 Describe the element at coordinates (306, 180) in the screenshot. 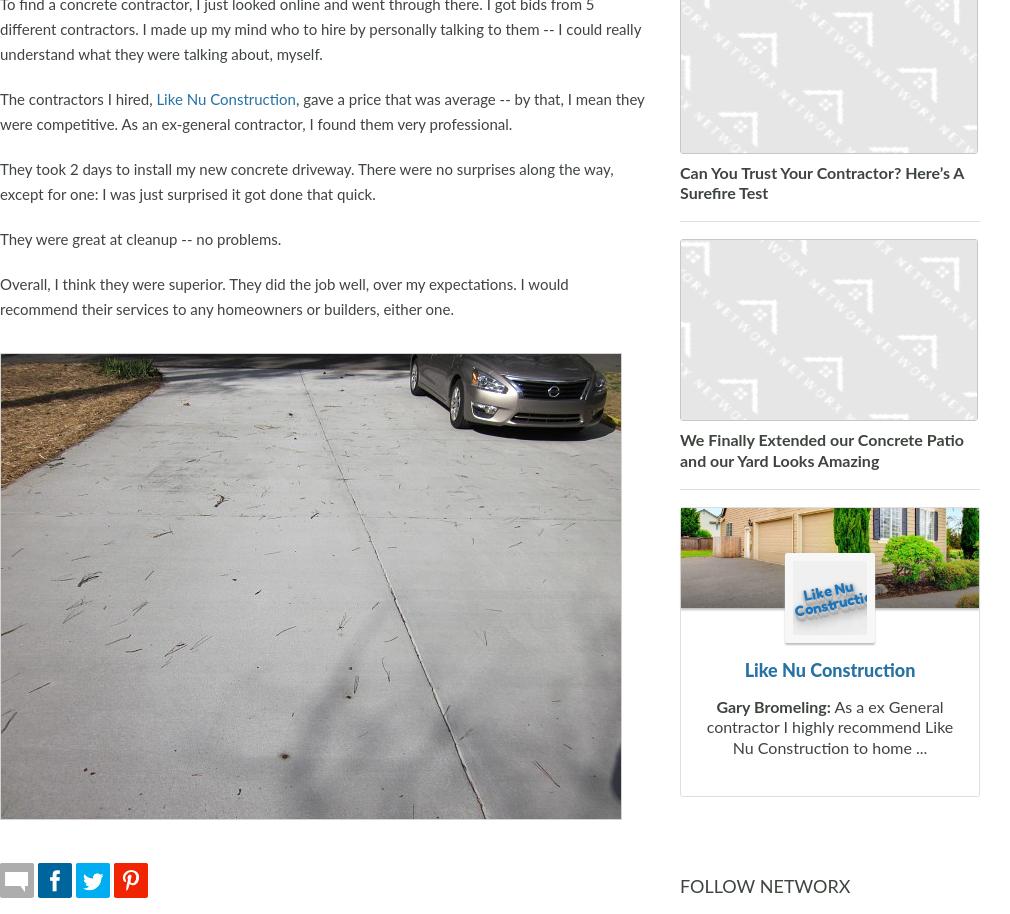

I see `'They took 2 days to install my new concrete driveway. There were no surprises along the way, except for one: I was just surprised it got done that quick.'` at that location.